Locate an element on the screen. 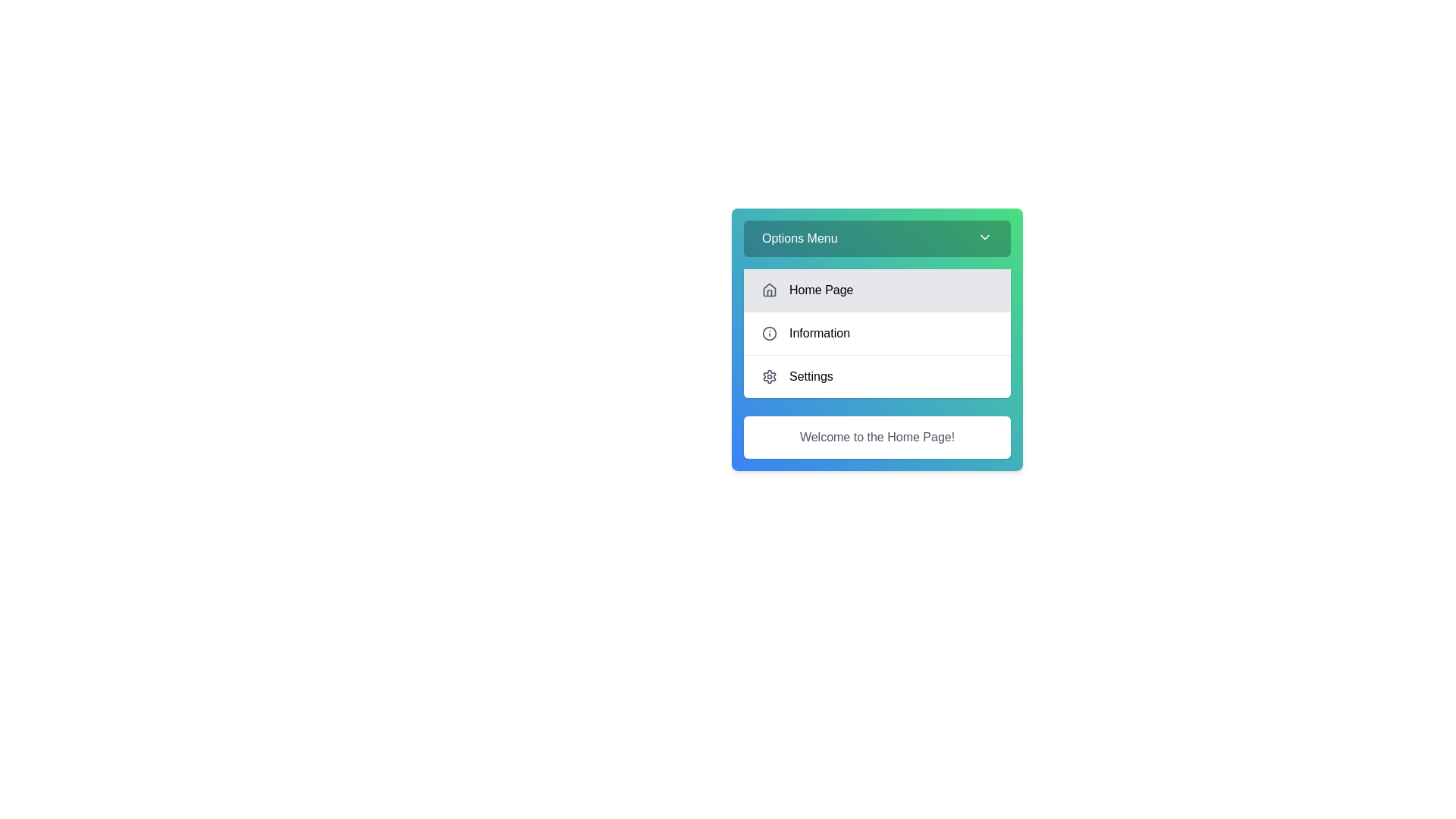  the circular graphical shape component that is part of an icon or graphic, positioned near textual descriptions and other graphical elements is located at coordinates (769, 332).